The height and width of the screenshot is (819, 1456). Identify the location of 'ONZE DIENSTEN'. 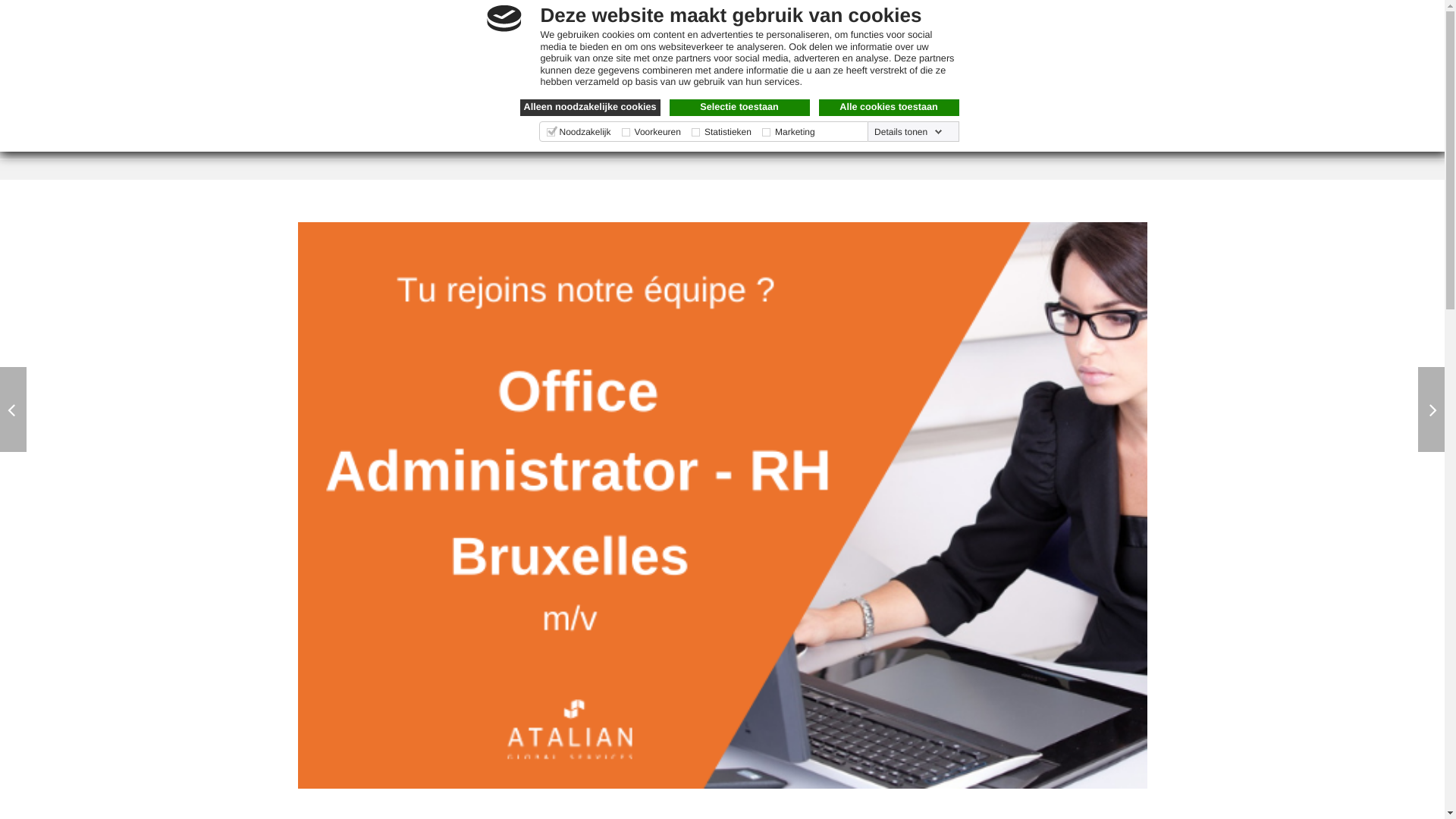
(672, 112).